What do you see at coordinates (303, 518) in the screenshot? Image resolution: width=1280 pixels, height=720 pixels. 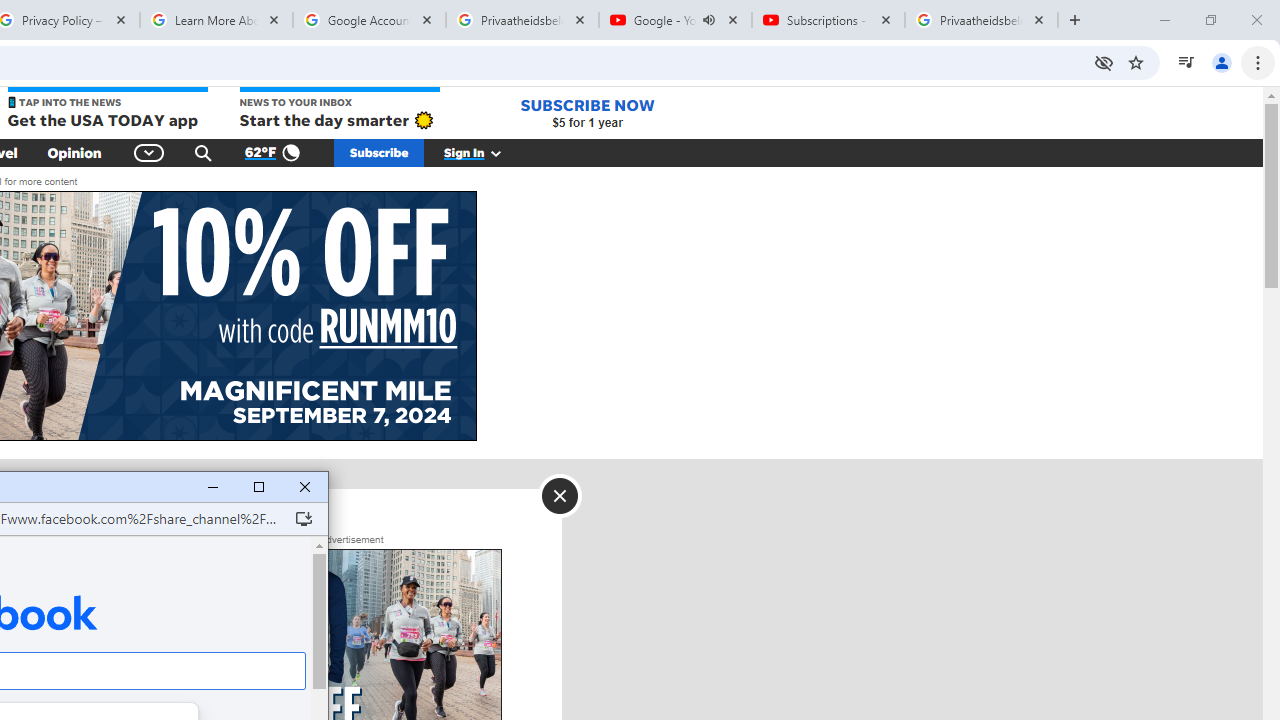 I see `'Install Facebook'` at bounding box center [303, 518].